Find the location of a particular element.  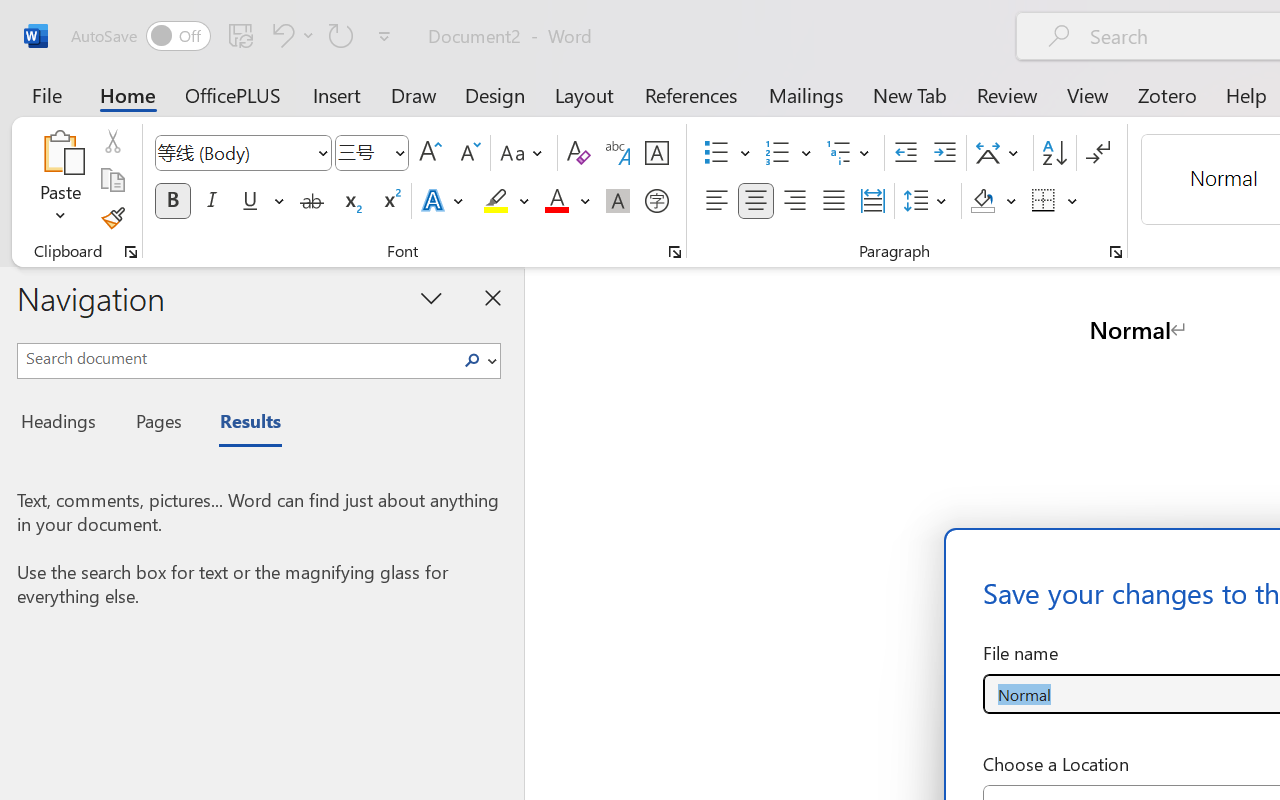

'Distributed' is located at coordinates (872, 201).